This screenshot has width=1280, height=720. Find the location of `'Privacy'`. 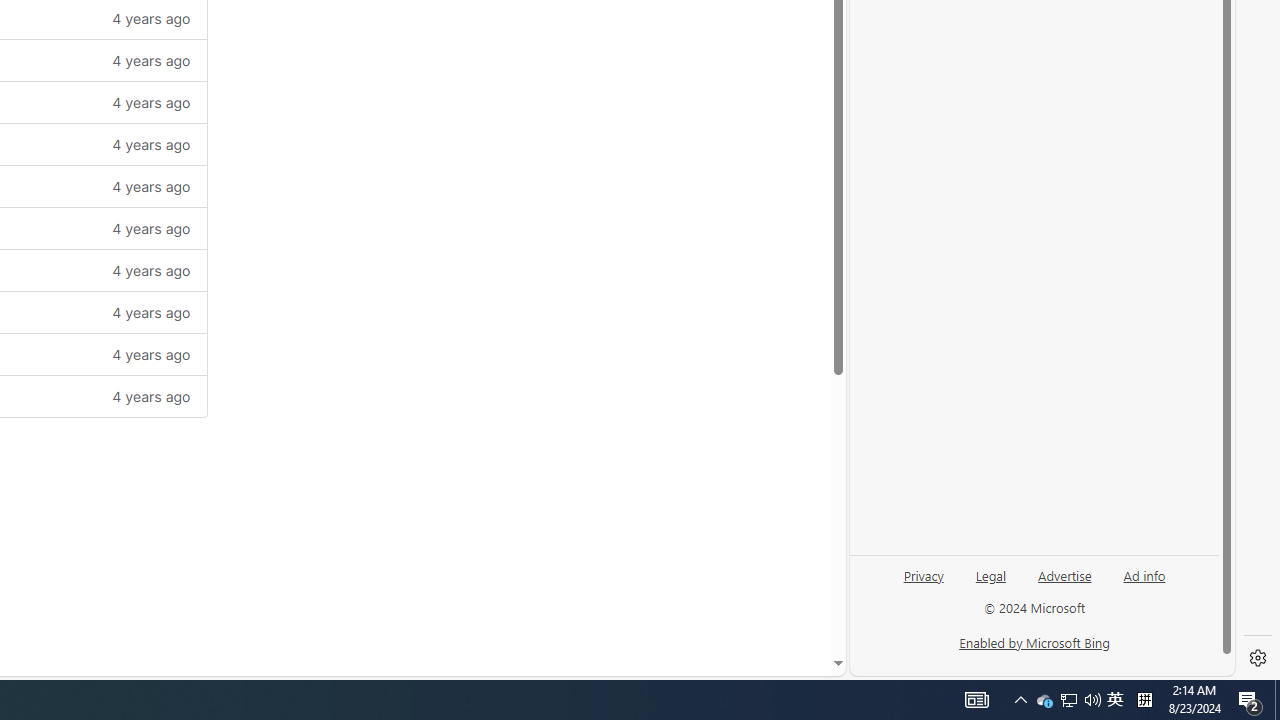

'Privacy' is located at coordinates (922, 574).